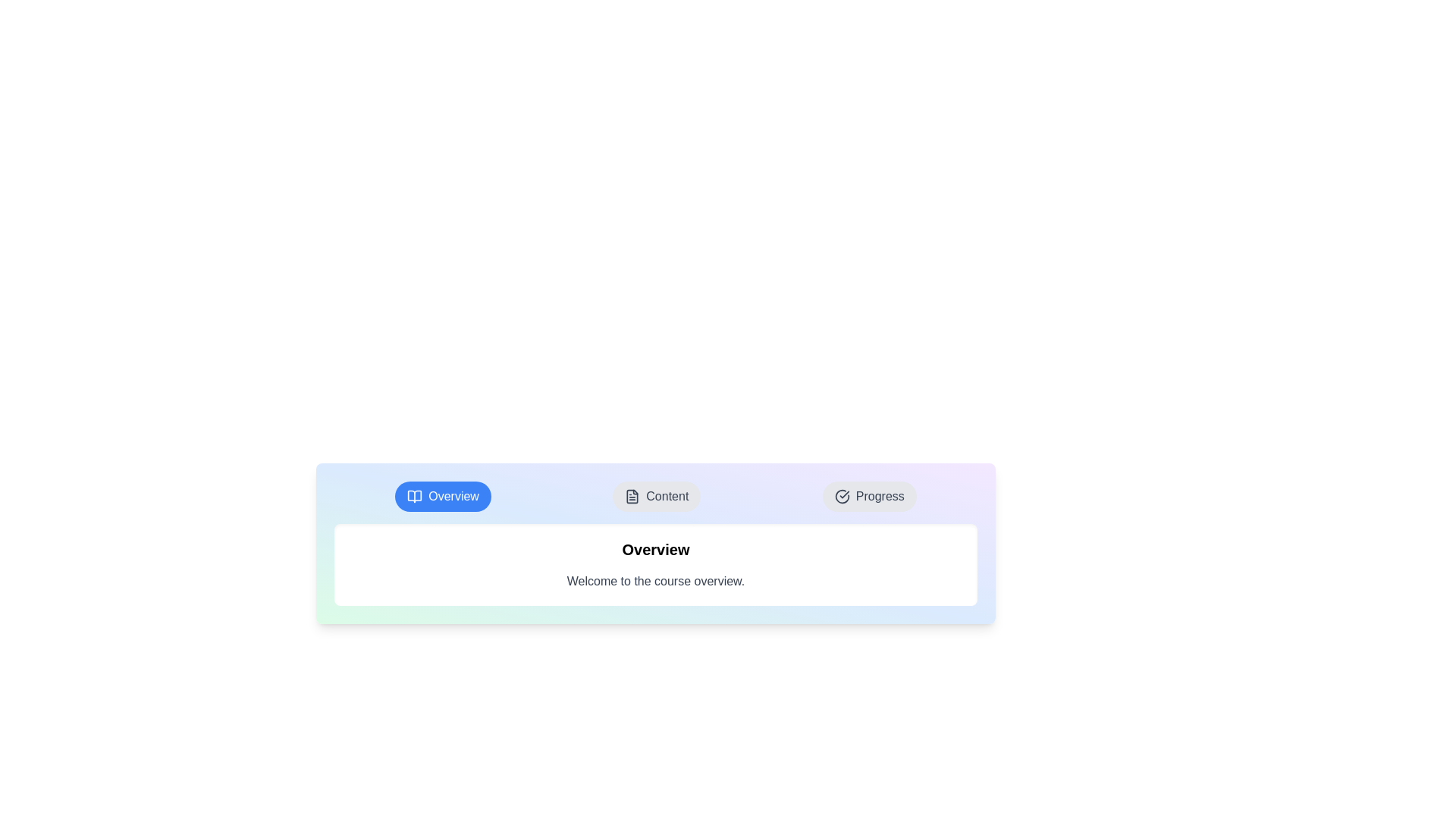 This screenshot has width=1456, height=819. What do you see at coordinates (442, 497) in the screenshot?
I see `the tab Overview to observe its visual feedback` at bounding box center [442, 497].